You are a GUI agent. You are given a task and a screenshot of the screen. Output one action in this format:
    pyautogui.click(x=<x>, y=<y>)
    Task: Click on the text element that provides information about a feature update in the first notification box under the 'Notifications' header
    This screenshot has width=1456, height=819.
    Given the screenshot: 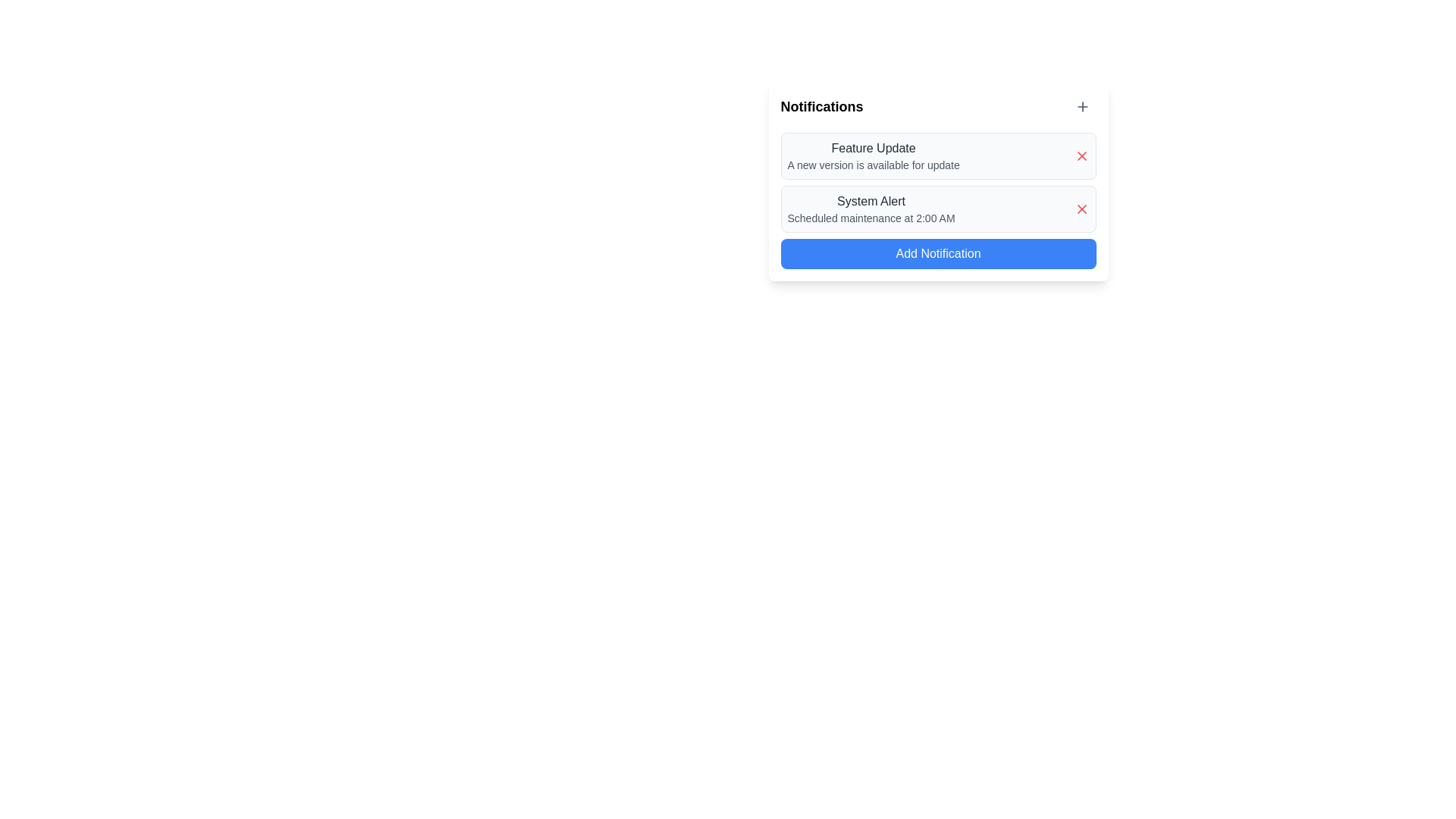 What is the action you would take?
    pyautogui.click(x=874, y=155)
    